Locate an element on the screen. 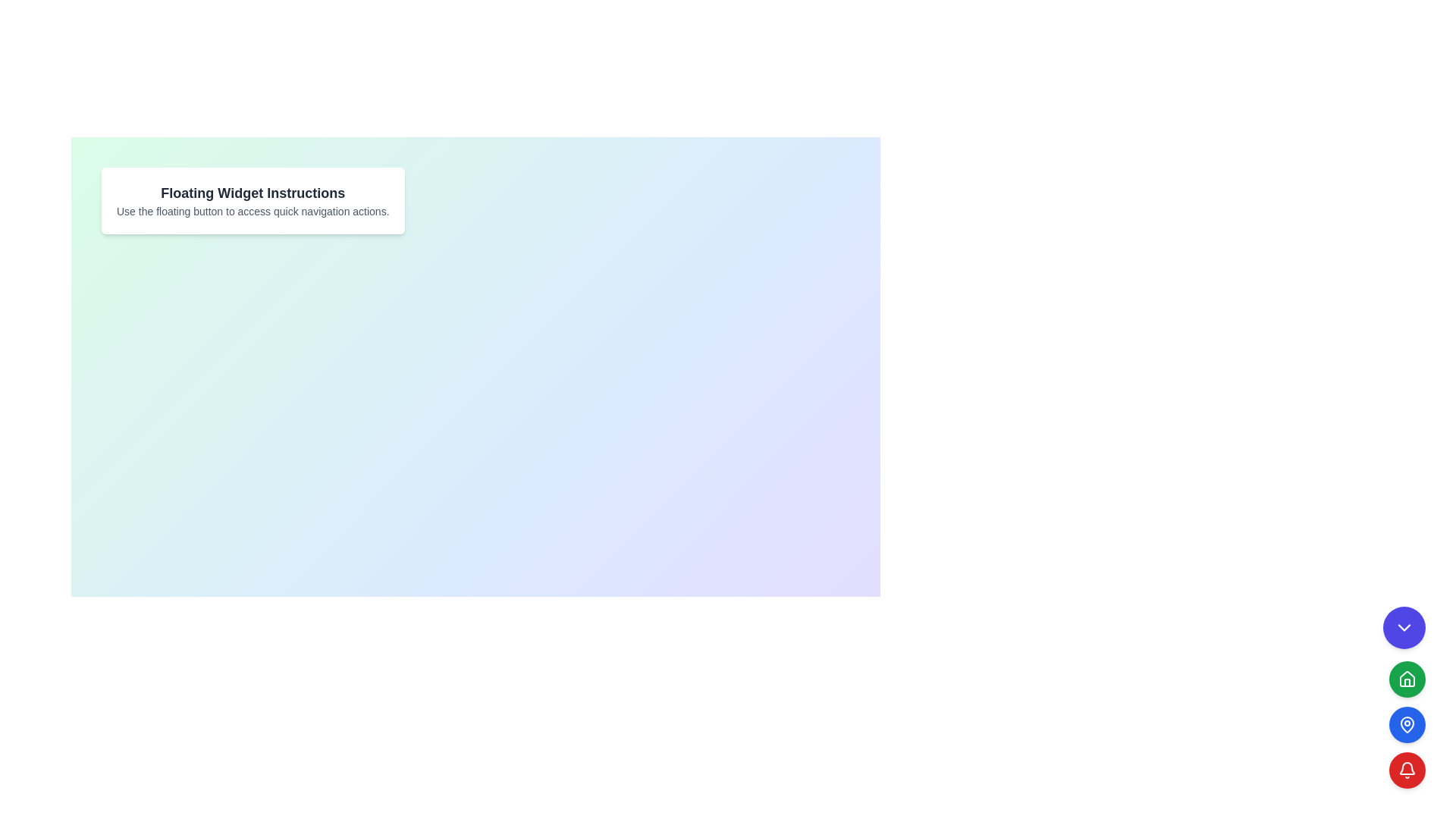 Image resolution: width=1456 pixels, height=819 pixels. the door icon within the house-like icon, which is part of a group of icons aligned vertically on the right side of the interface inside the green circle button is located at coordinates (1407, 681).